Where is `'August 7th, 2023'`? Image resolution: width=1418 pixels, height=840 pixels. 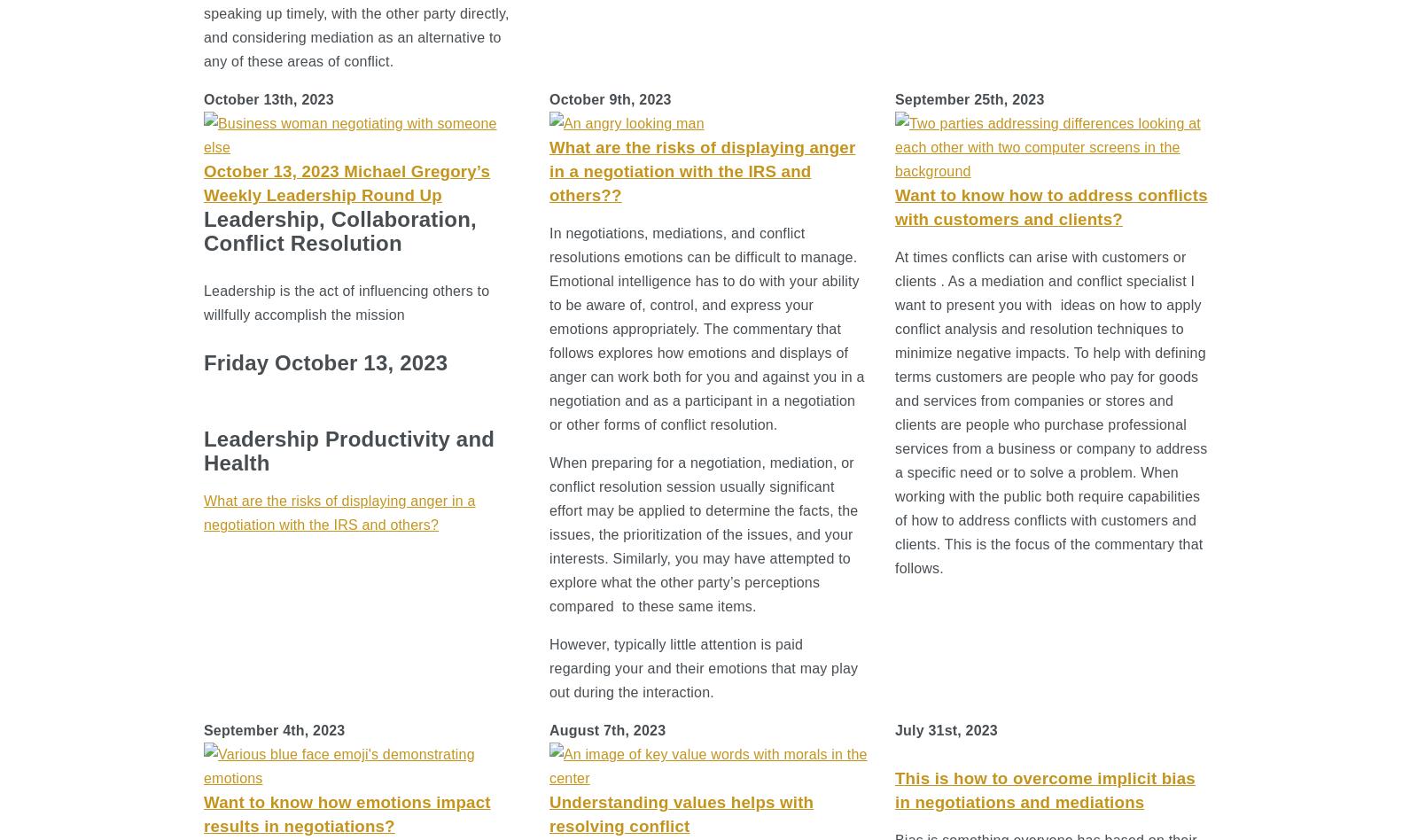
'August 7th, 2023' is located at coordinates (549, 730).